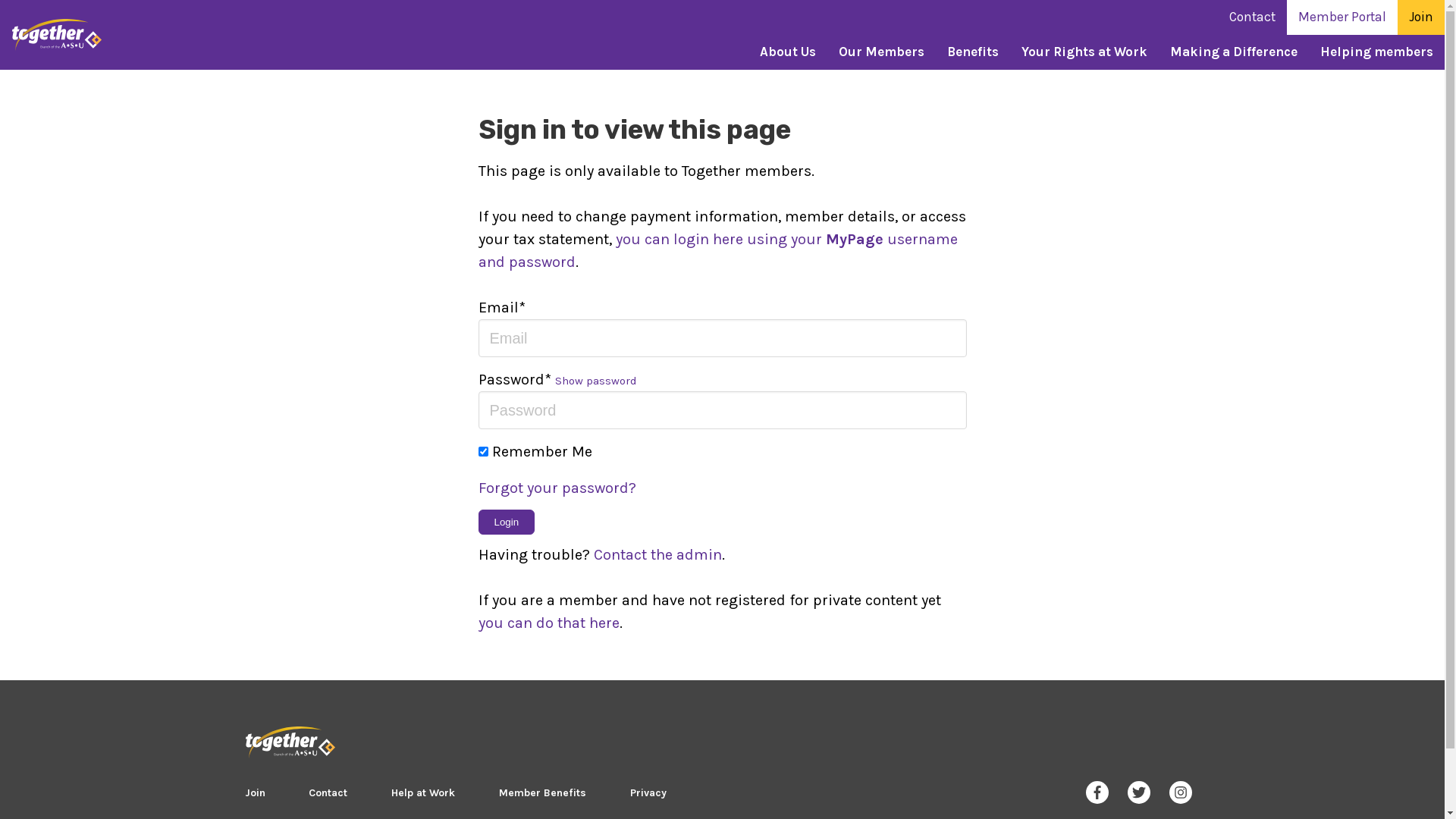  I want to click on 'Helping members', so click(1376, 52).